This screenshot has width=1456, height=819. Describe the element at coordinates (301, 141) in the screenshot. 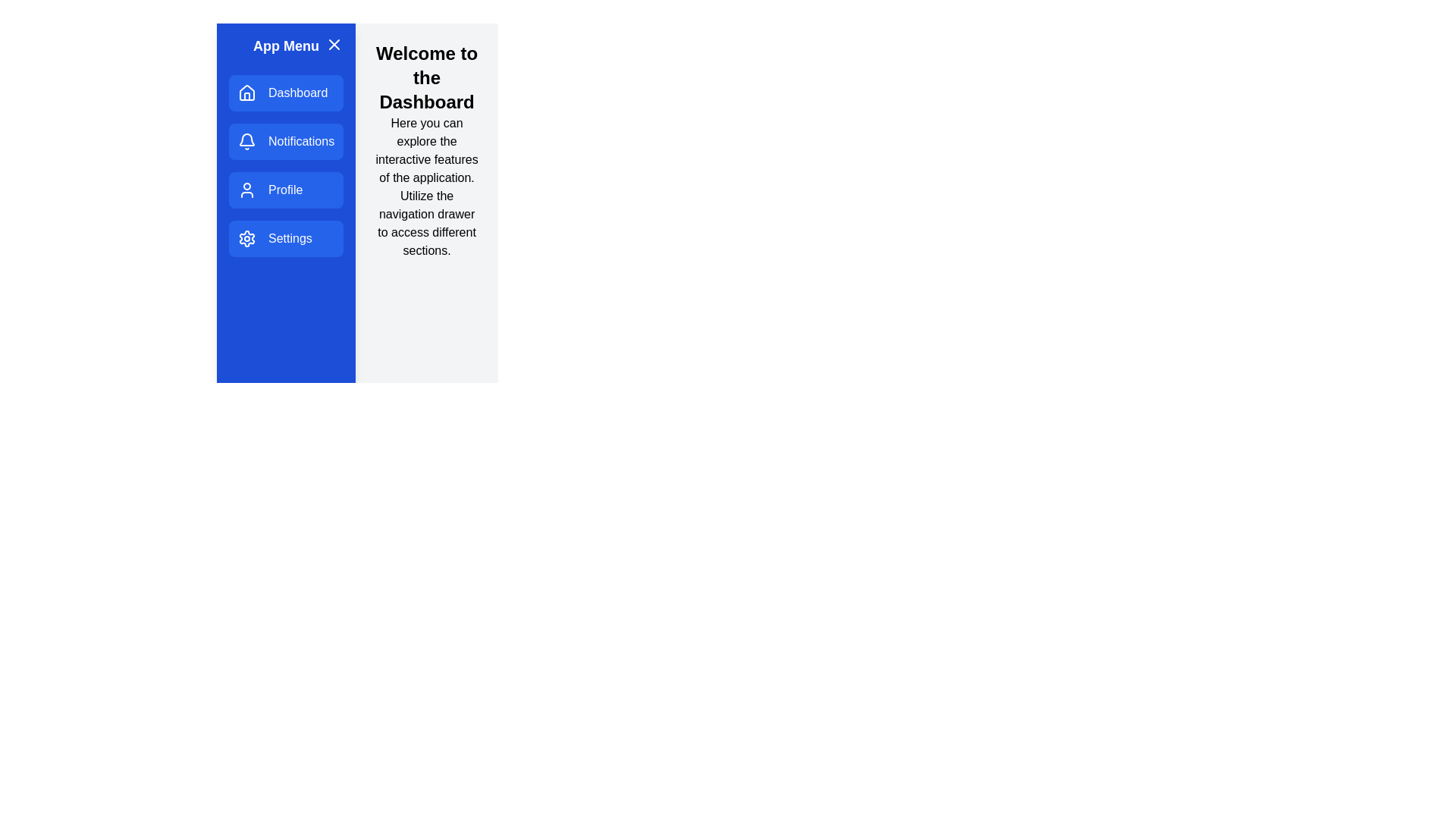

I see `the 'Notifications' text label, which is styled in white on a blue background and is located in the second button of the vertical menu on the left side of the interface, between the 'Dashboard' and 'Profile' buttons` at that location.